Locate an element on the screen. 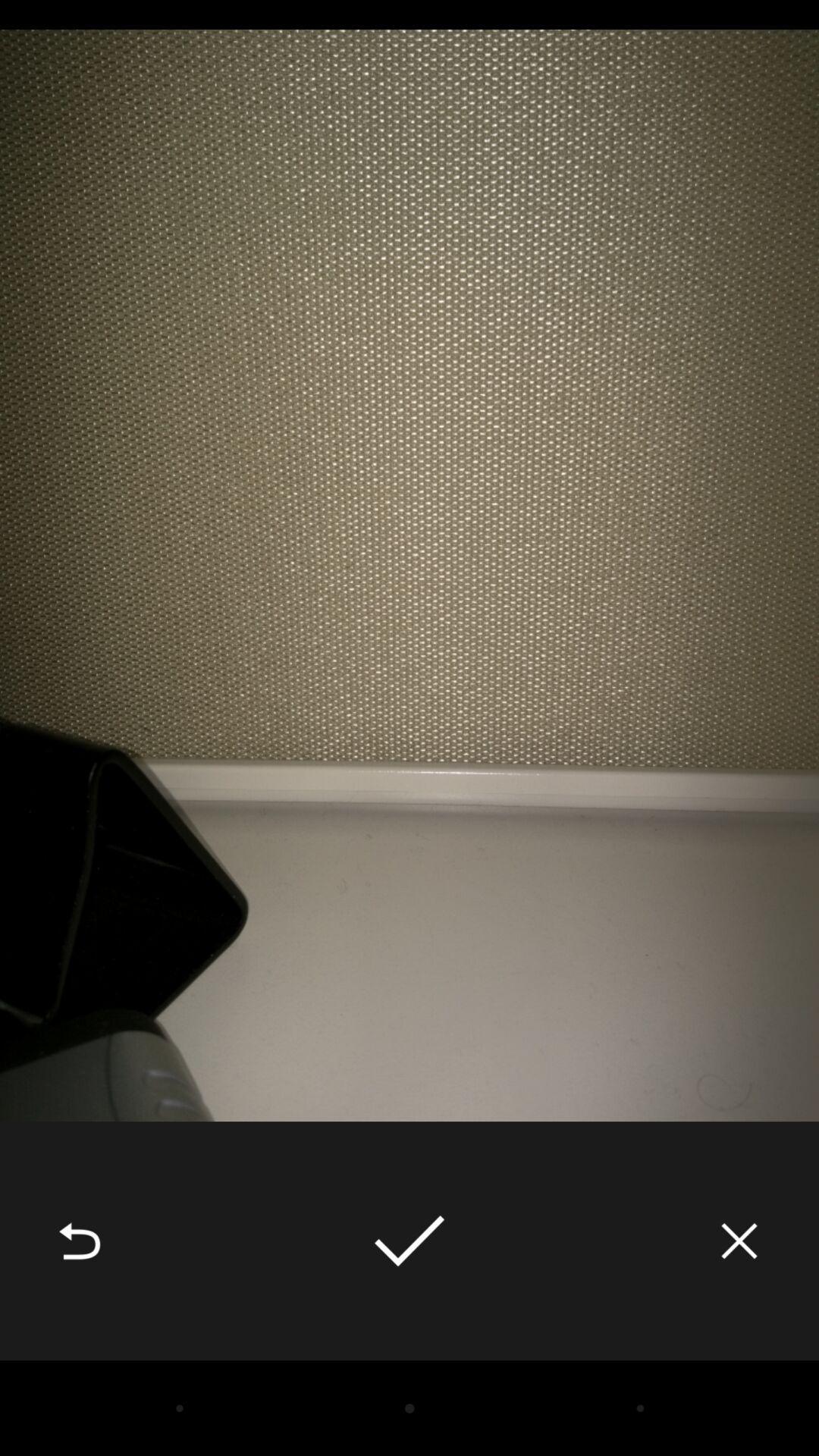 The height and width of the screenshot is (1456, 819). the item at the bottom right corner is located at coordinates (739, 1241).